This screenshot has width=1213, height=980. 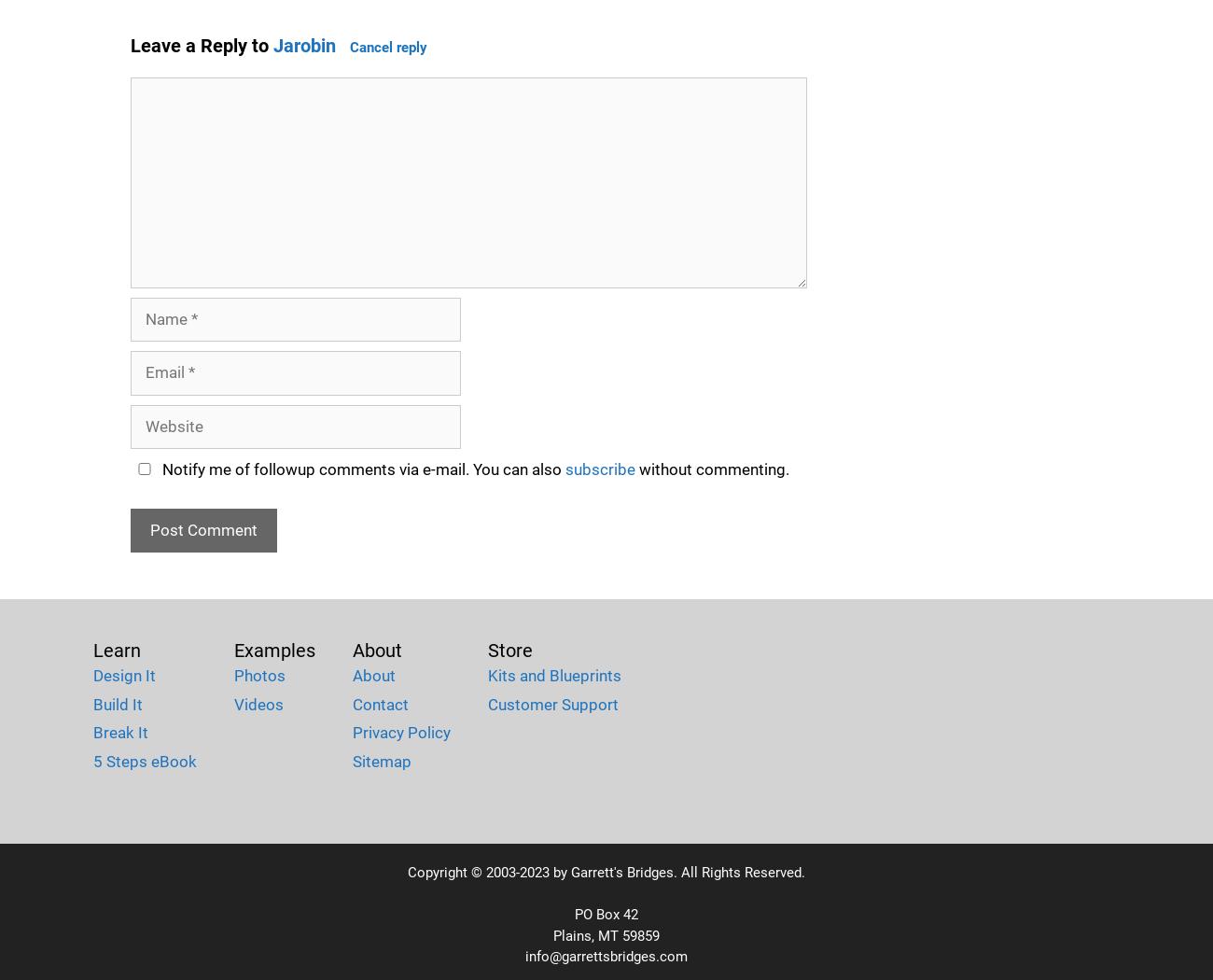 What do you see at coordinates (606, 935) in the screenshot?
I see `'Plains, MT 59859'` at bounding box center [606, 935].